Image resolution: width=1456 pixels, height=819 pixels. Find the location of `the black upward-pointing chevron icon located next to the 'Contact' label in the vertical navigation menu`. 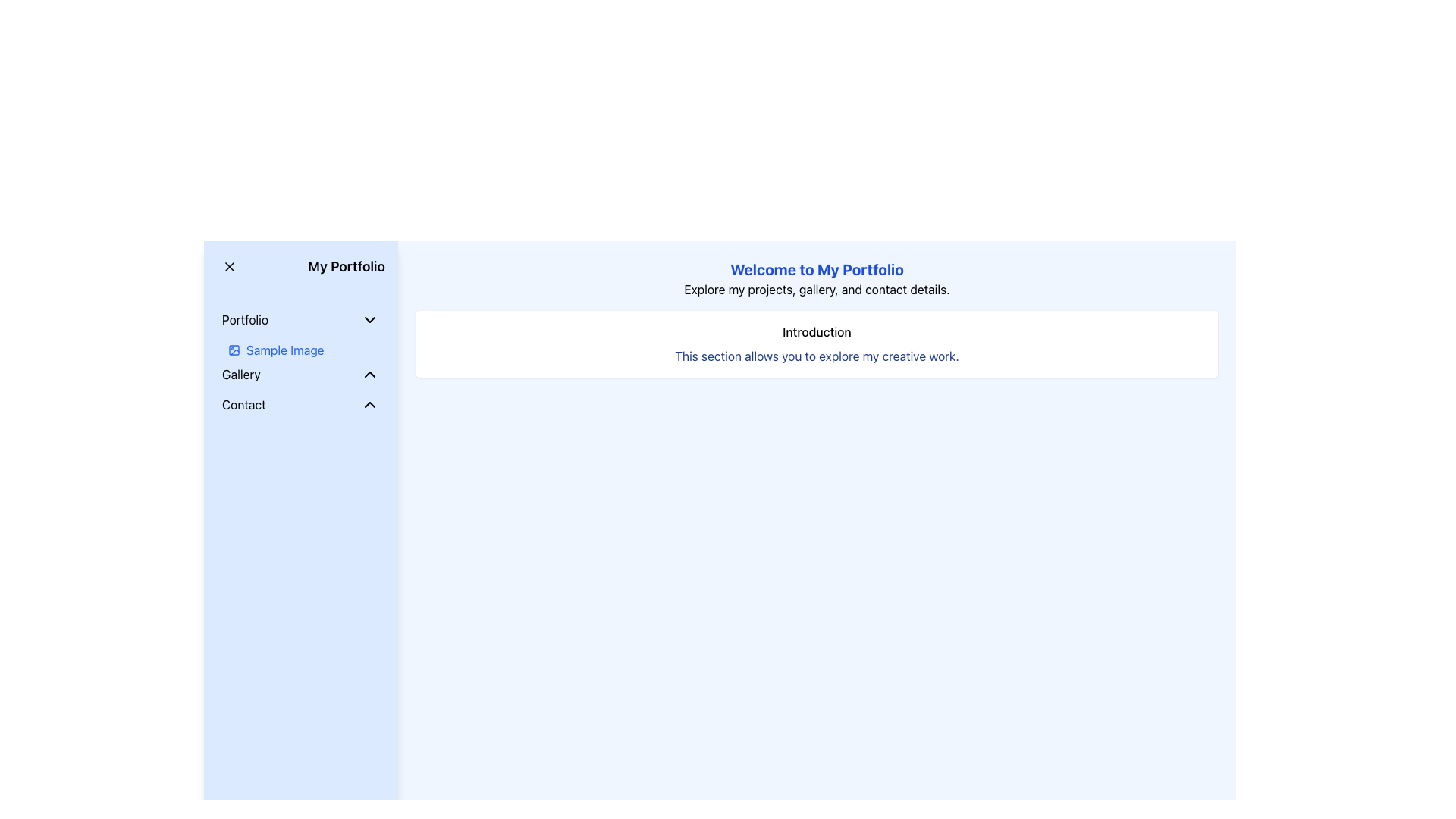

the black upward-pointing chevron icon located next to the 'Contact' label in the vertical navigation menu is located at coordinates (370, 403).